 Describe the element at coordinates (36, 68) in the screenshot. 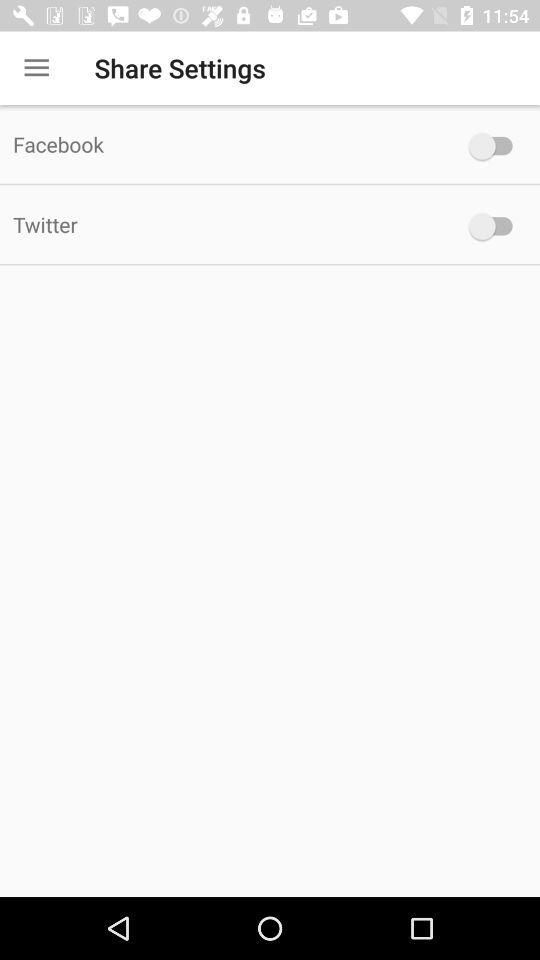

I see `the item above the facebook` at that location.